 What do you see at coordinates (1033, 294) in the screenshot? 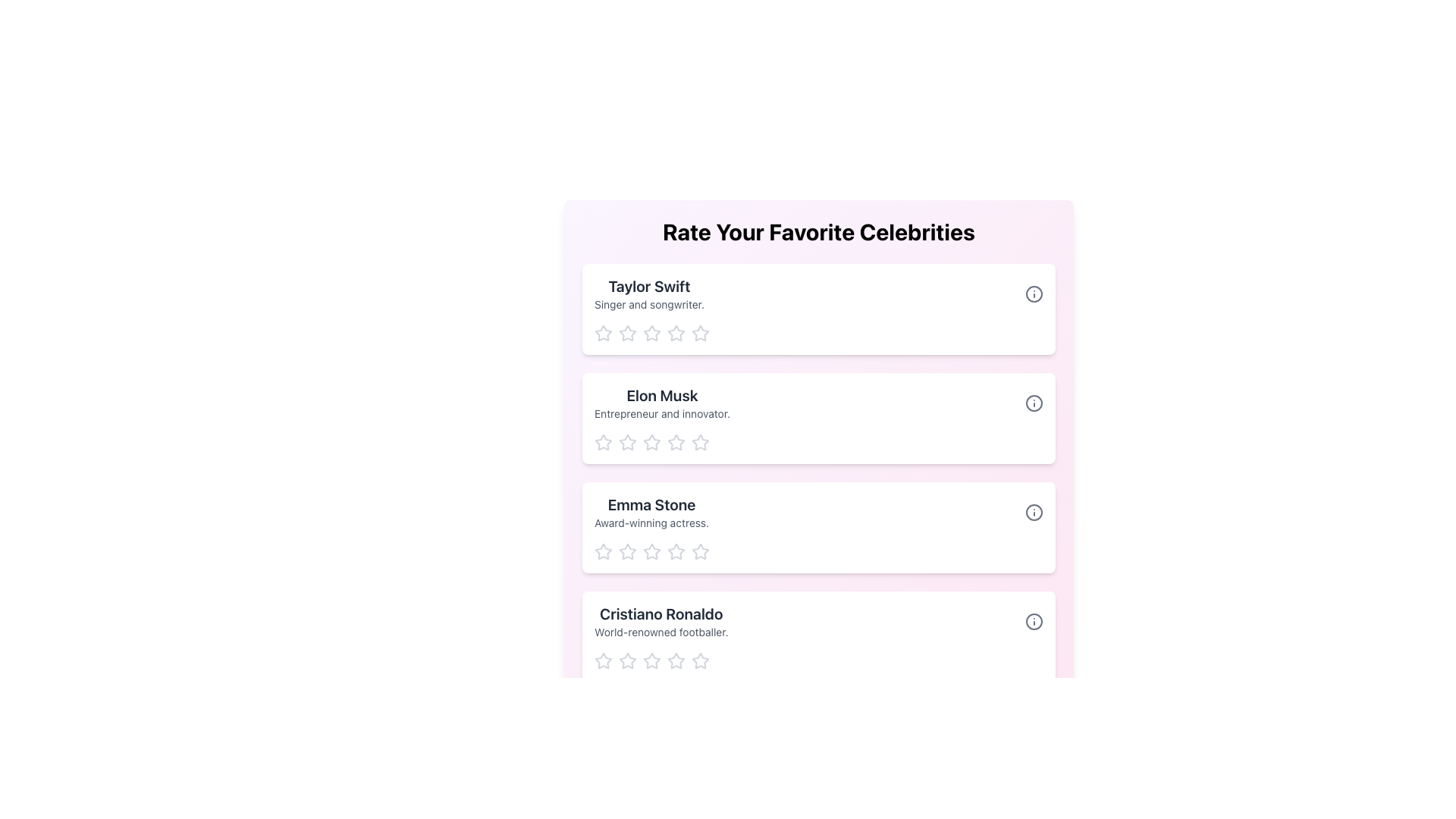
I see `the innermost SVG Circle icon representing information related to the Taylor Swift entry in the celebrity list, located in the top right corner of the row` at bounding box center [1033, 294].